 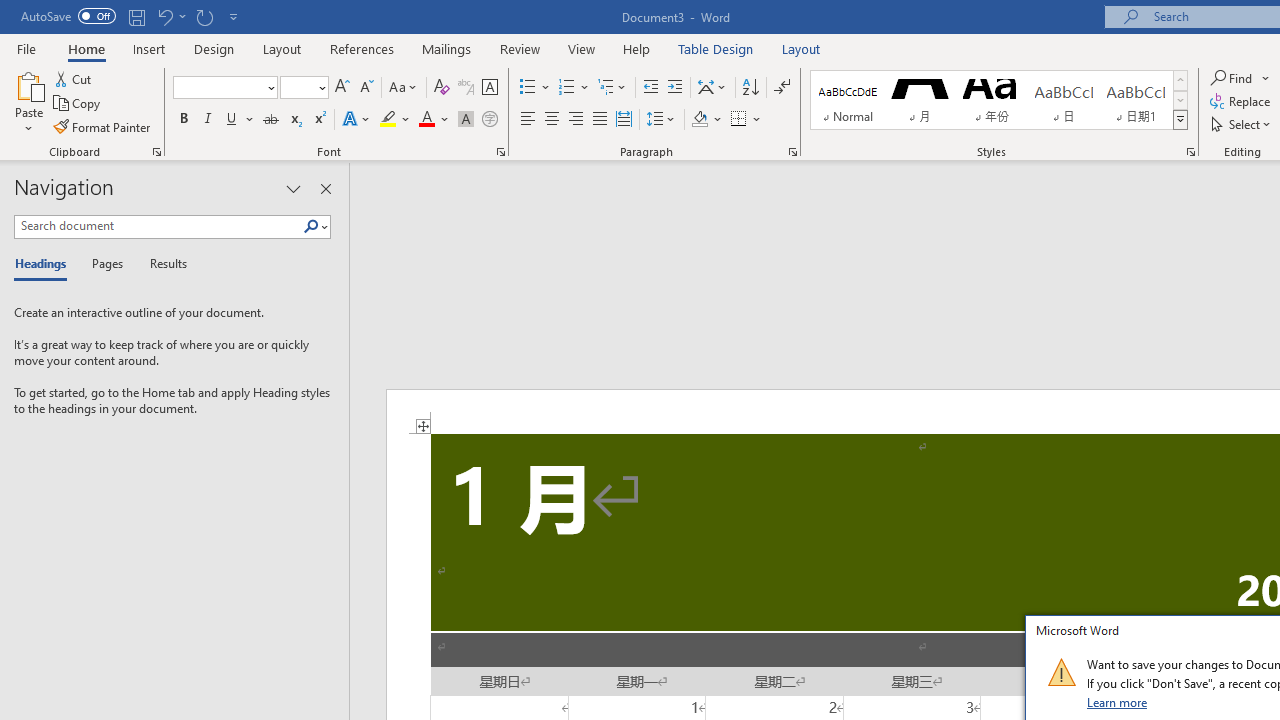 What do you see at coordinates (598, 119) in the screenshot?
I see `'Justify'` at bounding box center [598, 119].